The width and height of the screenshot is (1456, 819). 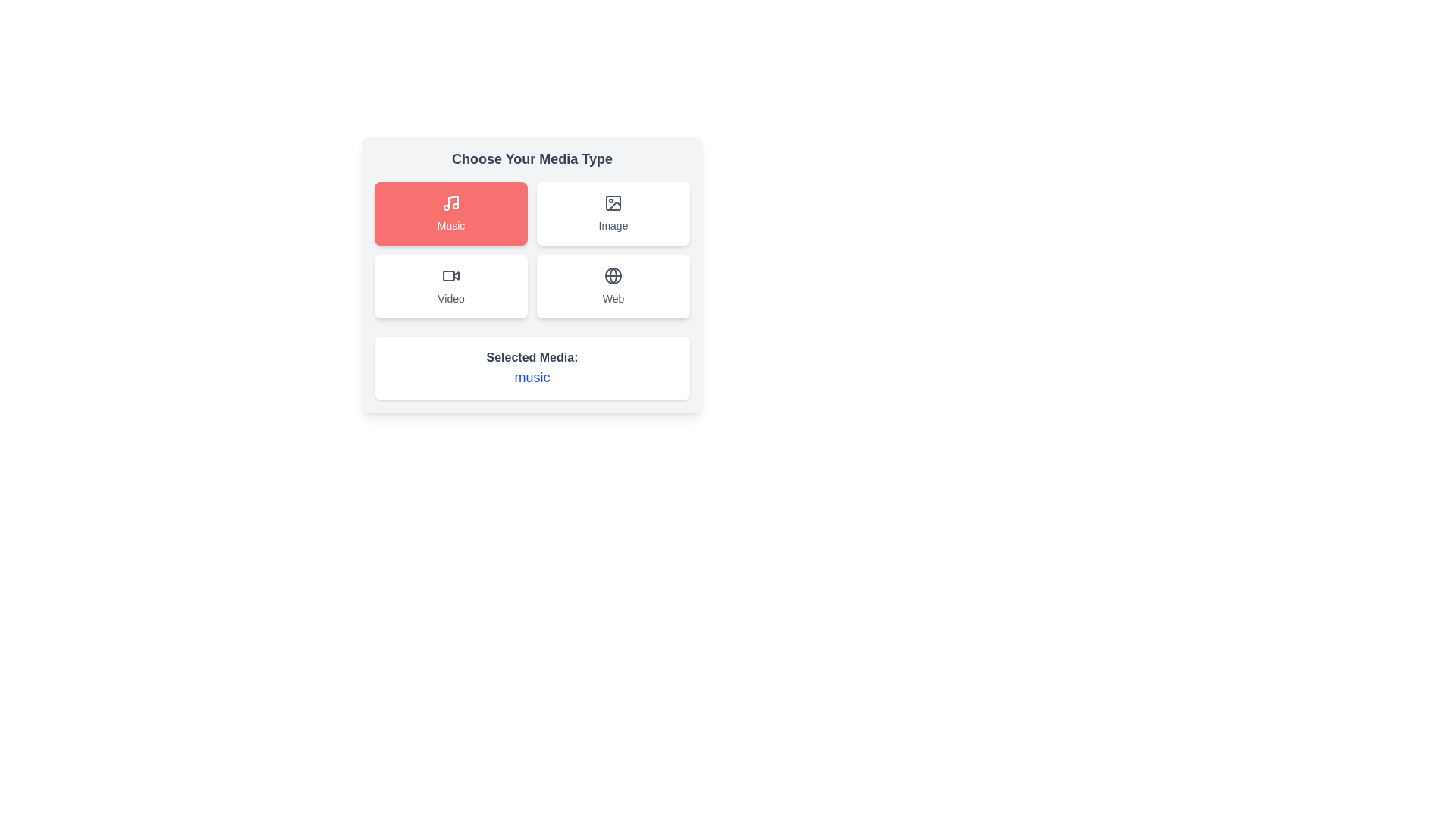 What do you see at coordinates (450, 213) in the screenshot?
I see `the button corresponding to the media type Music` at bounding box center [450, 213].